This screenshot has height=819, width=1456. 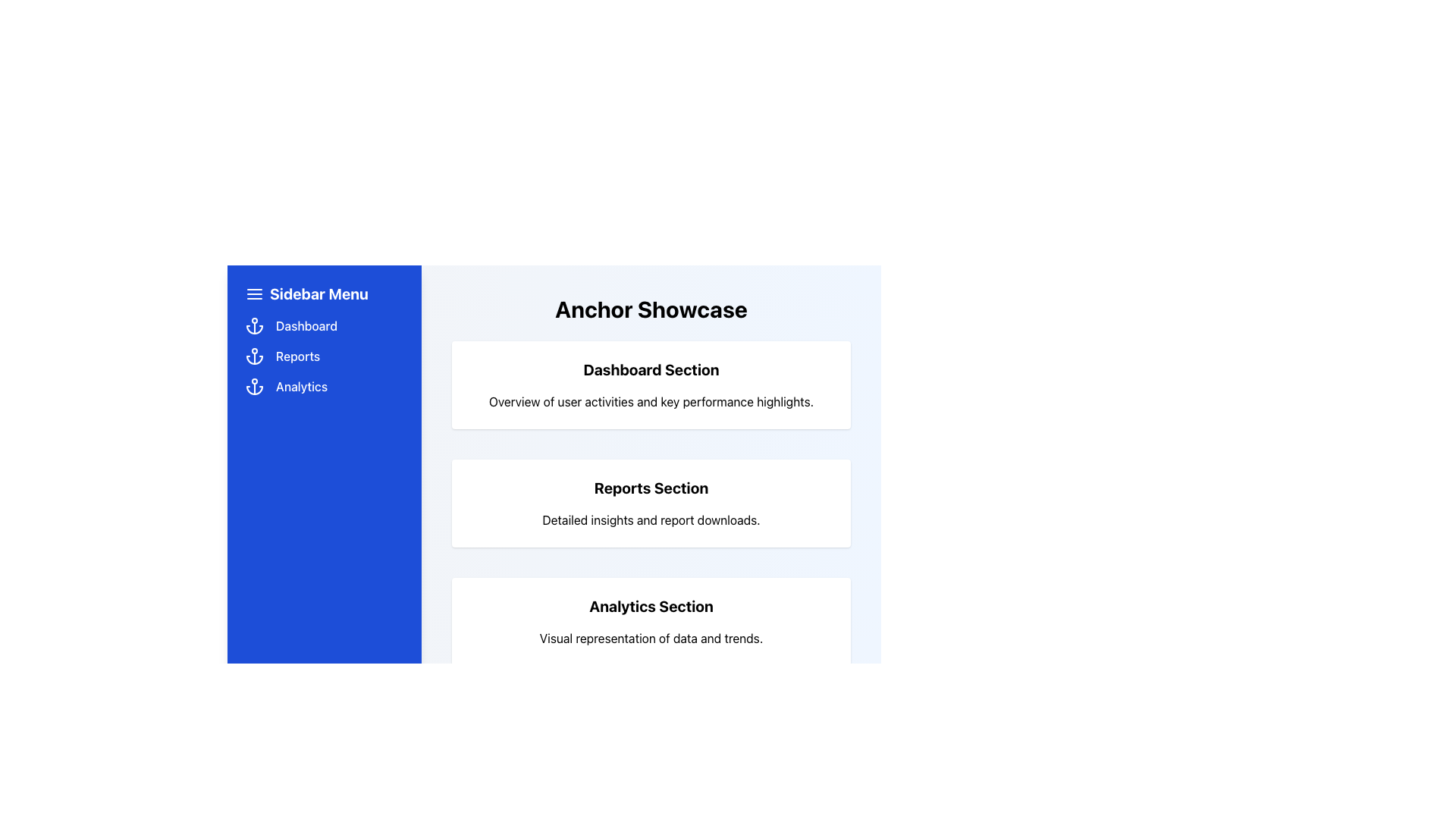 I want to click on the 'Reports' composite navigation link in the sidebar, so click(x=323, y=356).